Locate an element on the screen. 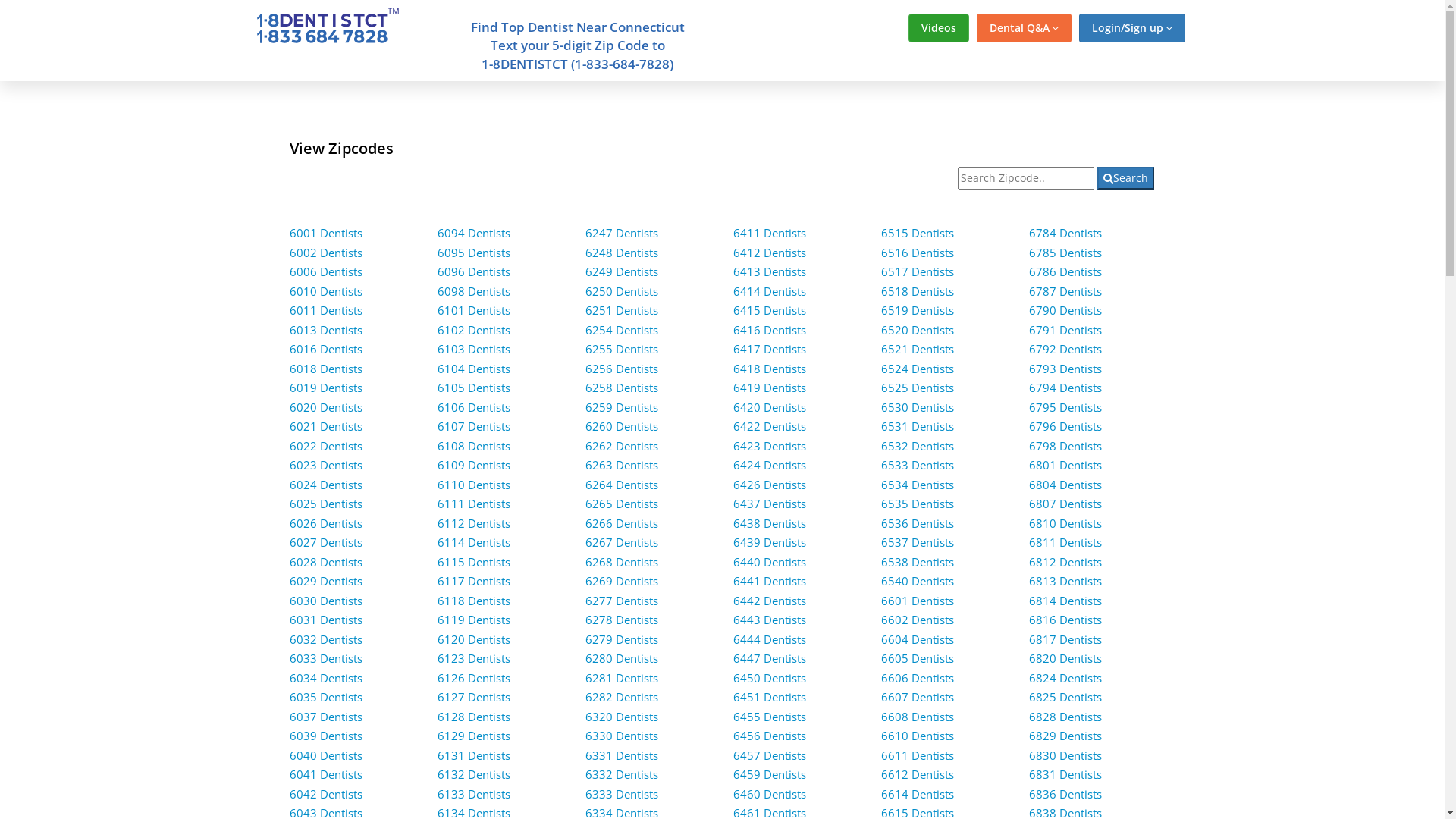 The height and width of the screenshot is (819, 1456). '6129 Dentists' is located at coordinates (472, 734).